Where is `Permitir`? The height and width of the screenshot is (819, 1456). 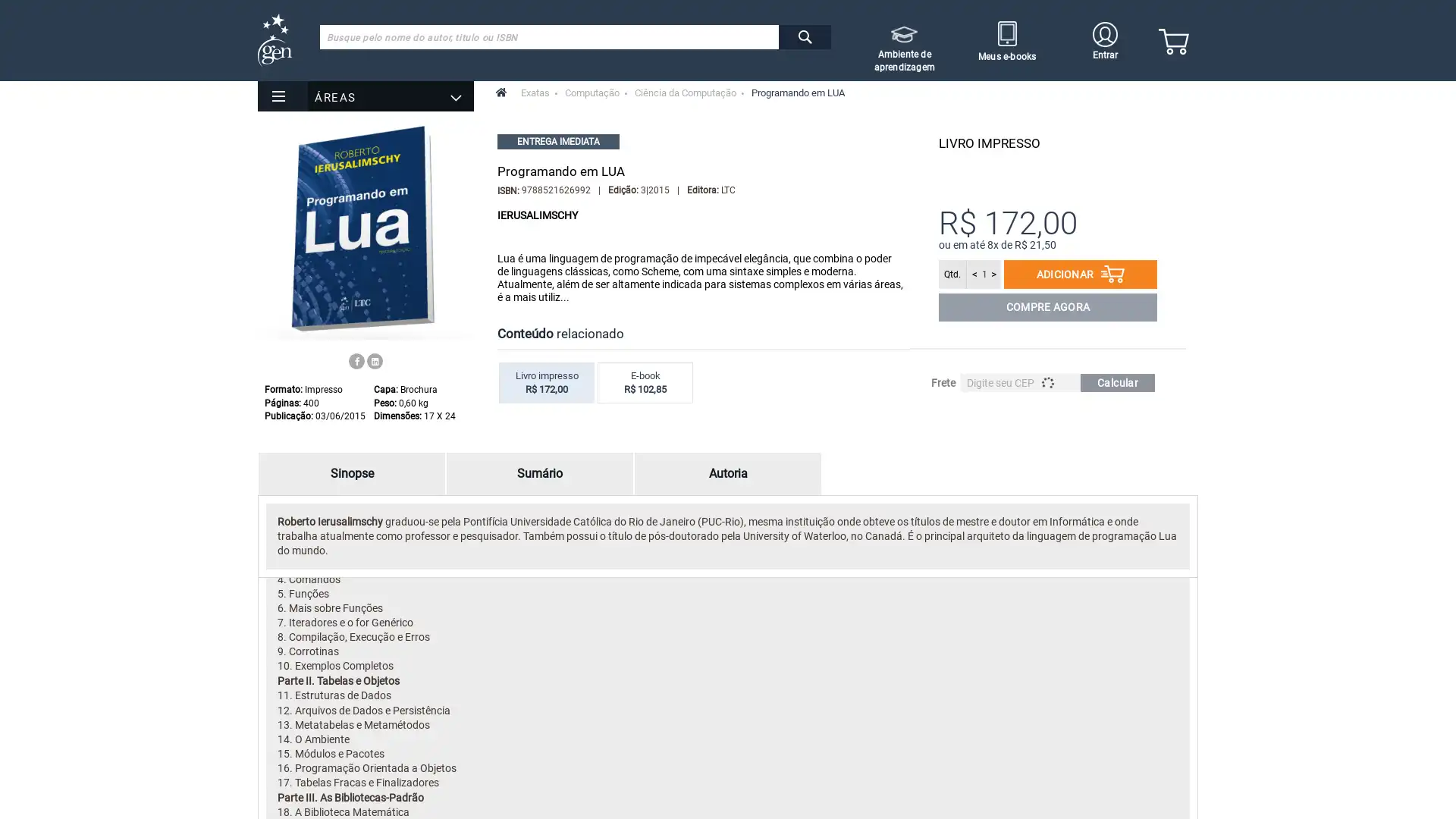
Permitir is located at coordinates (61, 83).